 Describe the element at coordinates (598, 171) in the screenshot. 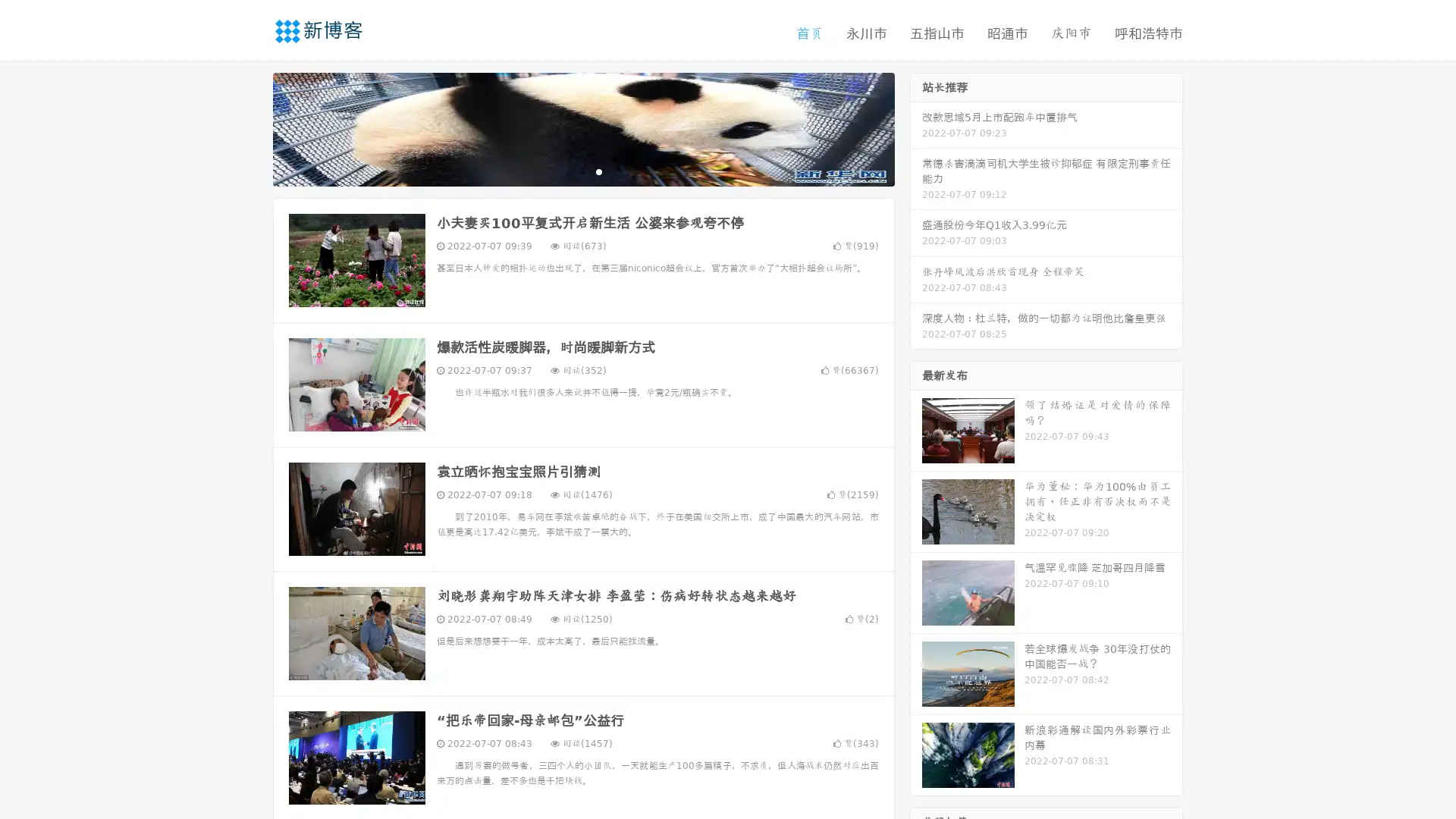

I see `Go to slide 3` at that location.